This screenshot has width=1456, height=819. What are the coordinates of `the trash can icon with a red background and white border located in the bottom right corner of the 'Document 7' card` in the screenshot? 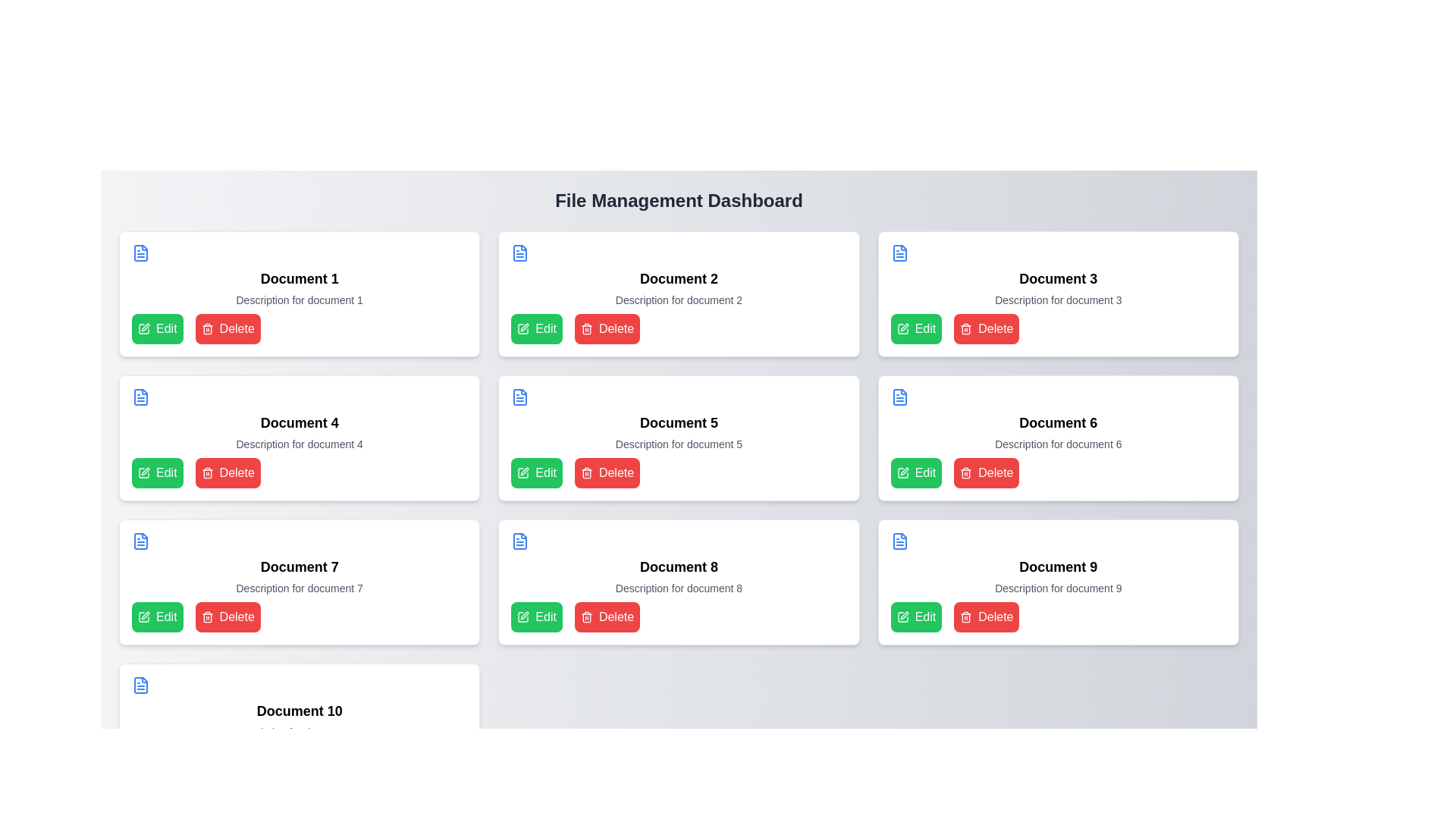 It's located at (206, 617).